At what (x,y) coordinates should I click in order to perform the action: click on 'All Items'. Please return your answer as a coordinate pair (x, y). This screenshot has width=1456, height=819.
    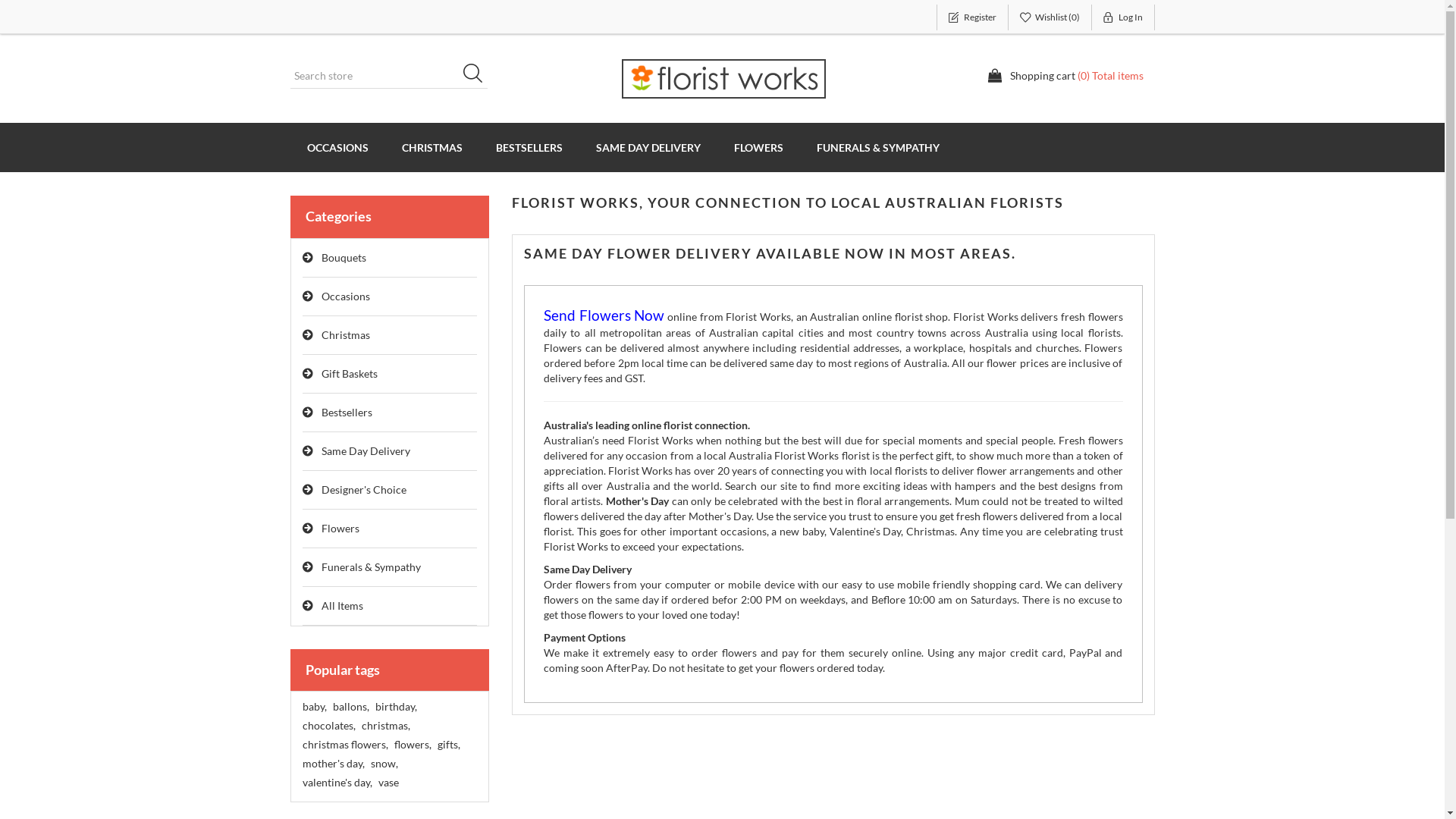
    Looking at the image, I should click on (389, 605).